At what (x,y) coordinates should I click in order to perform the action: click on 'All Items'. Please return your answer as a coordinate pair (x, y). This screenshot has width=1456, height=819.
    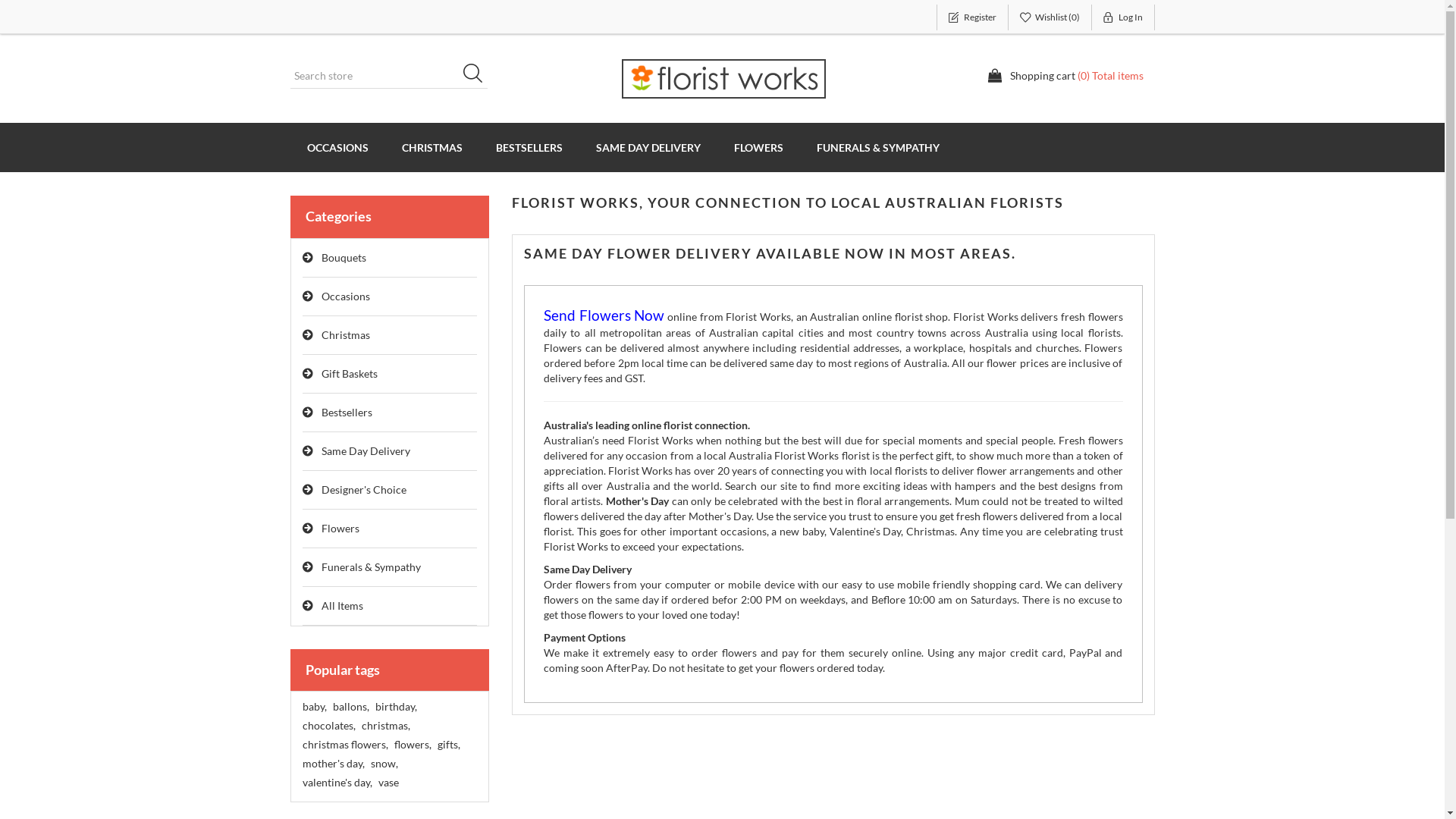
    Looking at the image, I should click on (389, 605).